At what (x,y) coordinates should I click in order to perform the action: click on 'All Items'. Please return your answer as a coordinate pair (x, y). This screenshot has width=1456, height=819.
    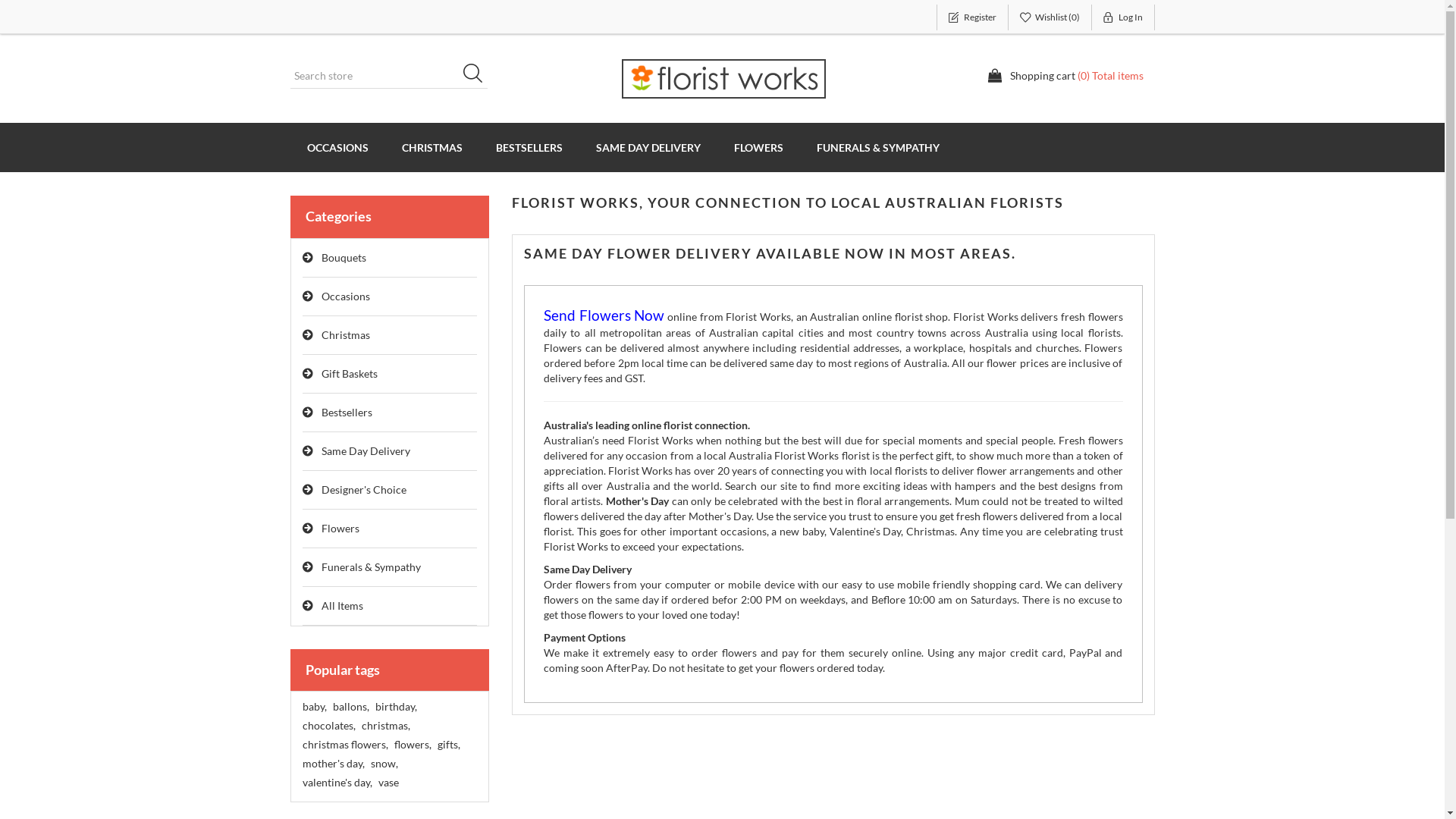
    Looking at the image, I should click on (389, 605).